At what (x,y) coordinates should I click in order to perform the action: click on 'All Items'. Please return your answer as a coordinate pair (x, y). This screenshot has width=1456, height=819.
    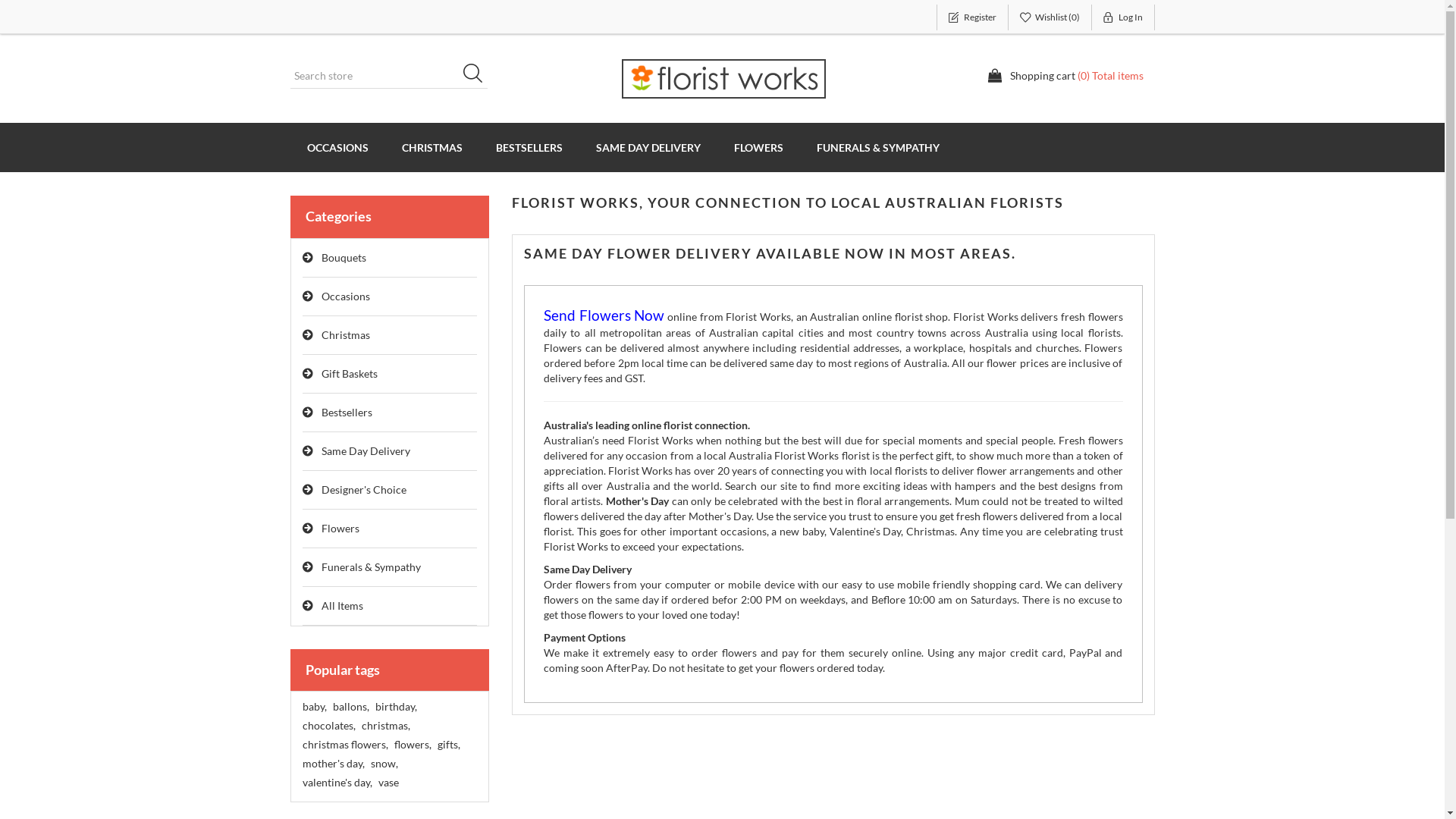
    Looking at the image, I should click on (389, 605).